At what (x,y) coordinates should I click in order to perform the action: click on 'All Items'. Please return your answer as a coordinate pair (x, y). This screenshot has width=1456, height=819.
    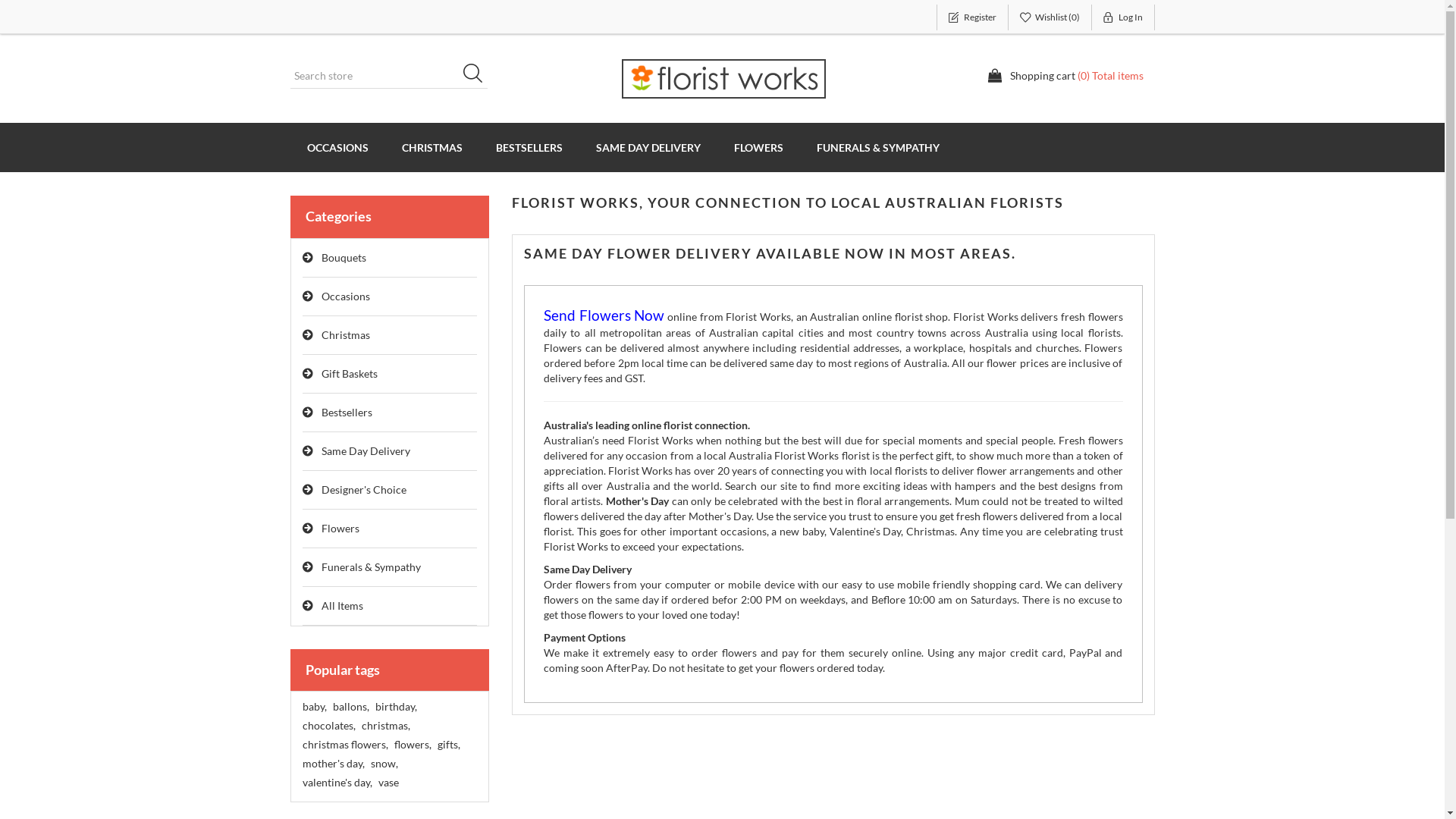
    Looking at the image, I should click on (389, 605).